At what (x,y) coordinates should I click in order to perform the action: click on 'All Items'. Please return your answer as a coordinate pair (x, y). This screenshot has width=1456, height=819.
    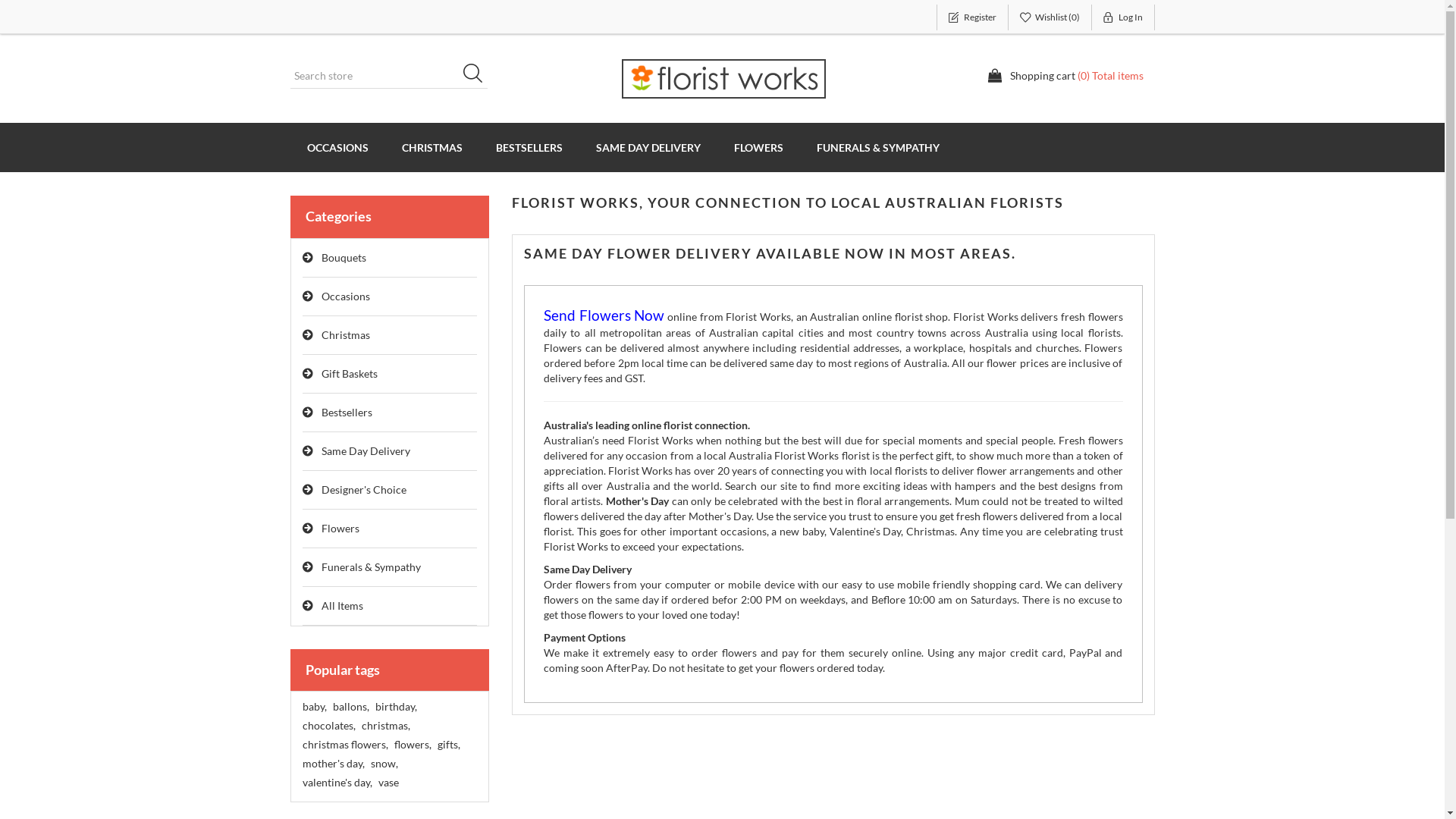
    Looking at the image, I should click on (389, 605).